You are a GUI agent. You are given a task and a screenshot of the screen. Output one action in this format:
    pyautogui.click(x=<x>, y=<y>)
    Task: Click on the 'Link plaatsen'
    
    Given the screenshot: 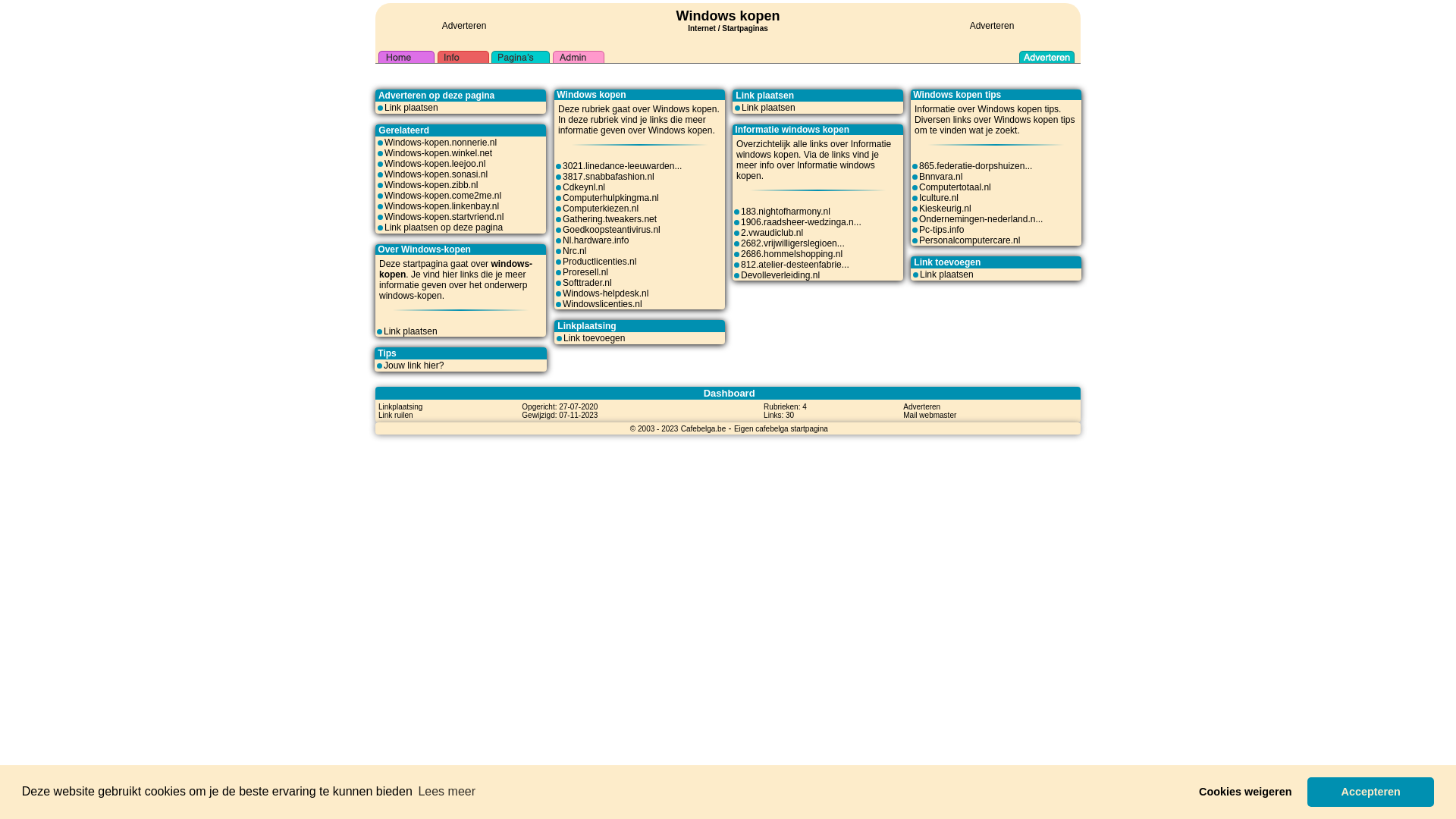 What is the action you would take?
    pyautogui.click(x=383, y=330)
    